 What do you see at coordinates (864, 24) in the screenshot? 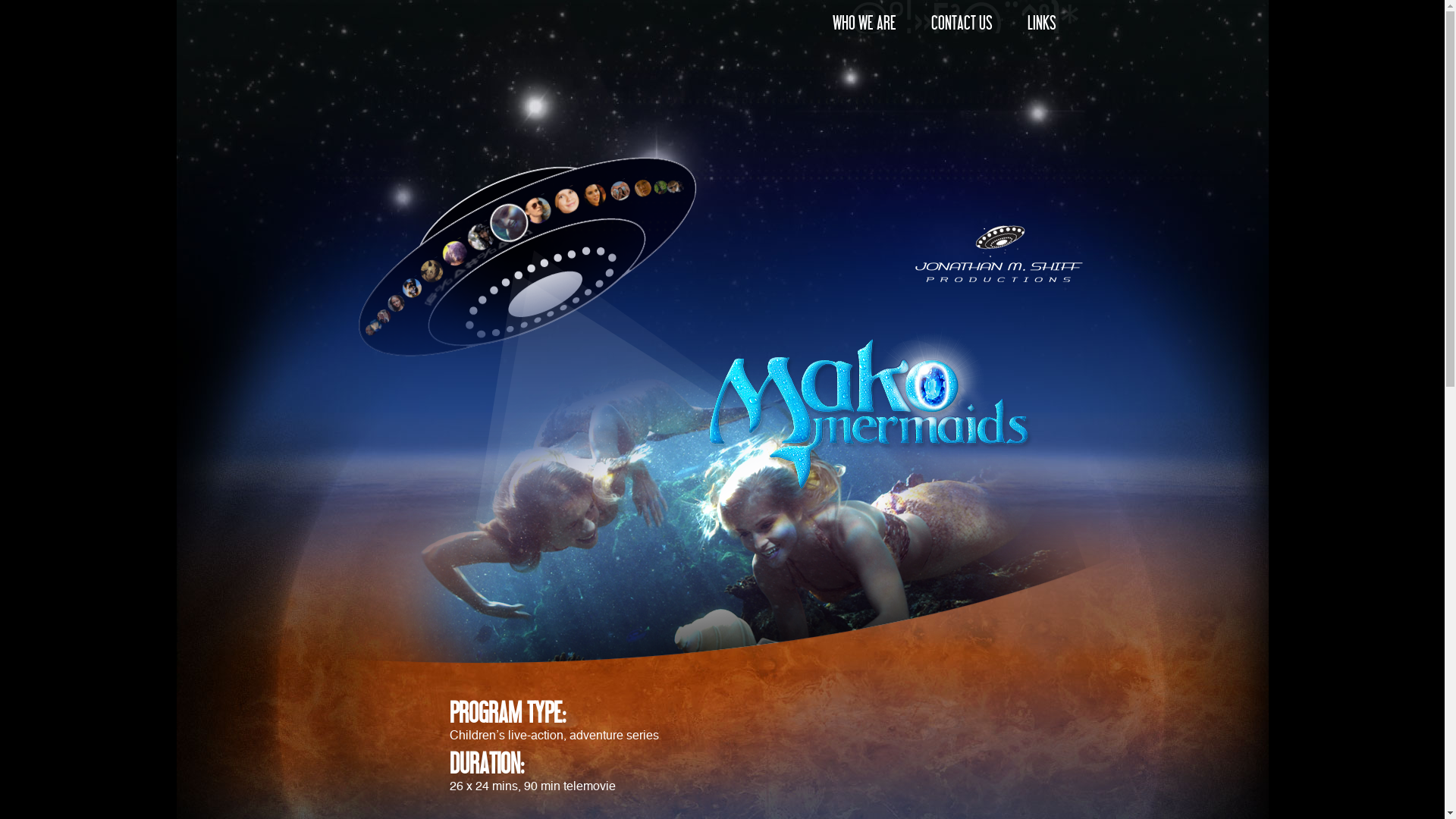
I see `'WHO WE ARE'` at bounding box center [864, 24].